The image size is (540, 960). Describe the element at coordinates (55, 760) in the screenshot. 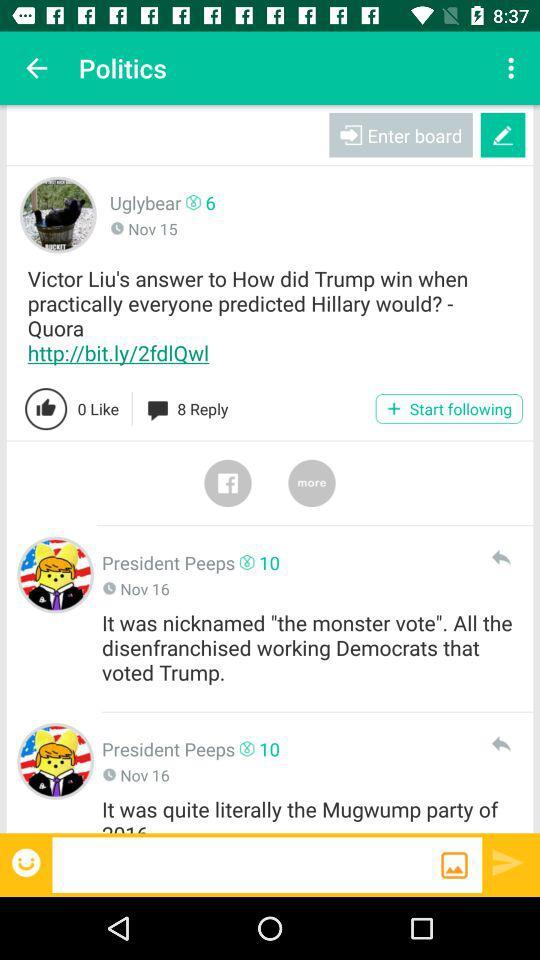

I see `profile icon` at that location.